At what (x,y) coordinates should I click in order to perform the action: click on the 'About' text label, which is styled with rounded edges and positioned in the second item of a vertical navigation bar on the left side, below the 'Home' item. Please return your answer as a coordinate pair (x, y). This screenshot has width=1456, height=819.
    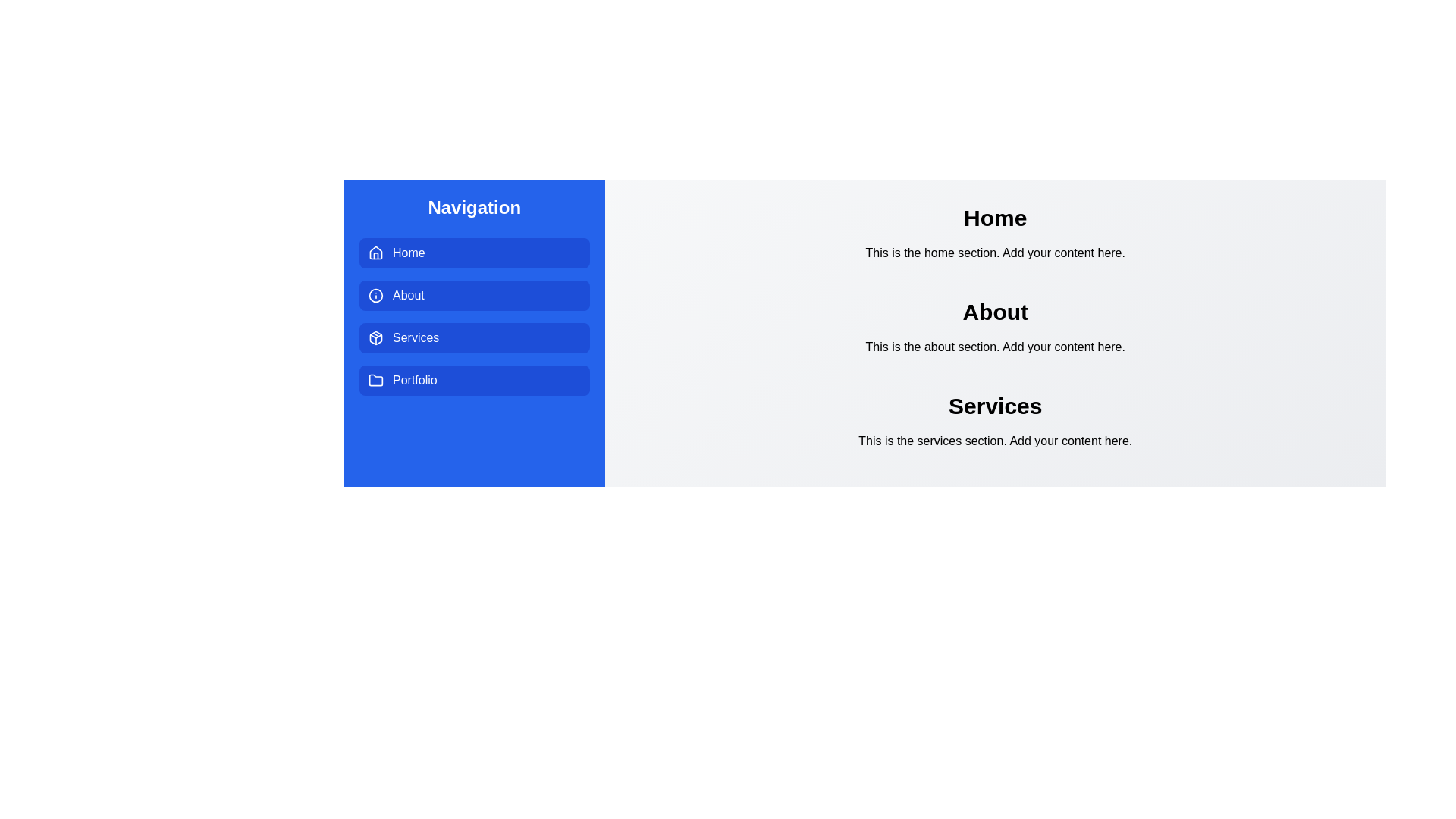
    Looking at the image, I should click on (408, 295).